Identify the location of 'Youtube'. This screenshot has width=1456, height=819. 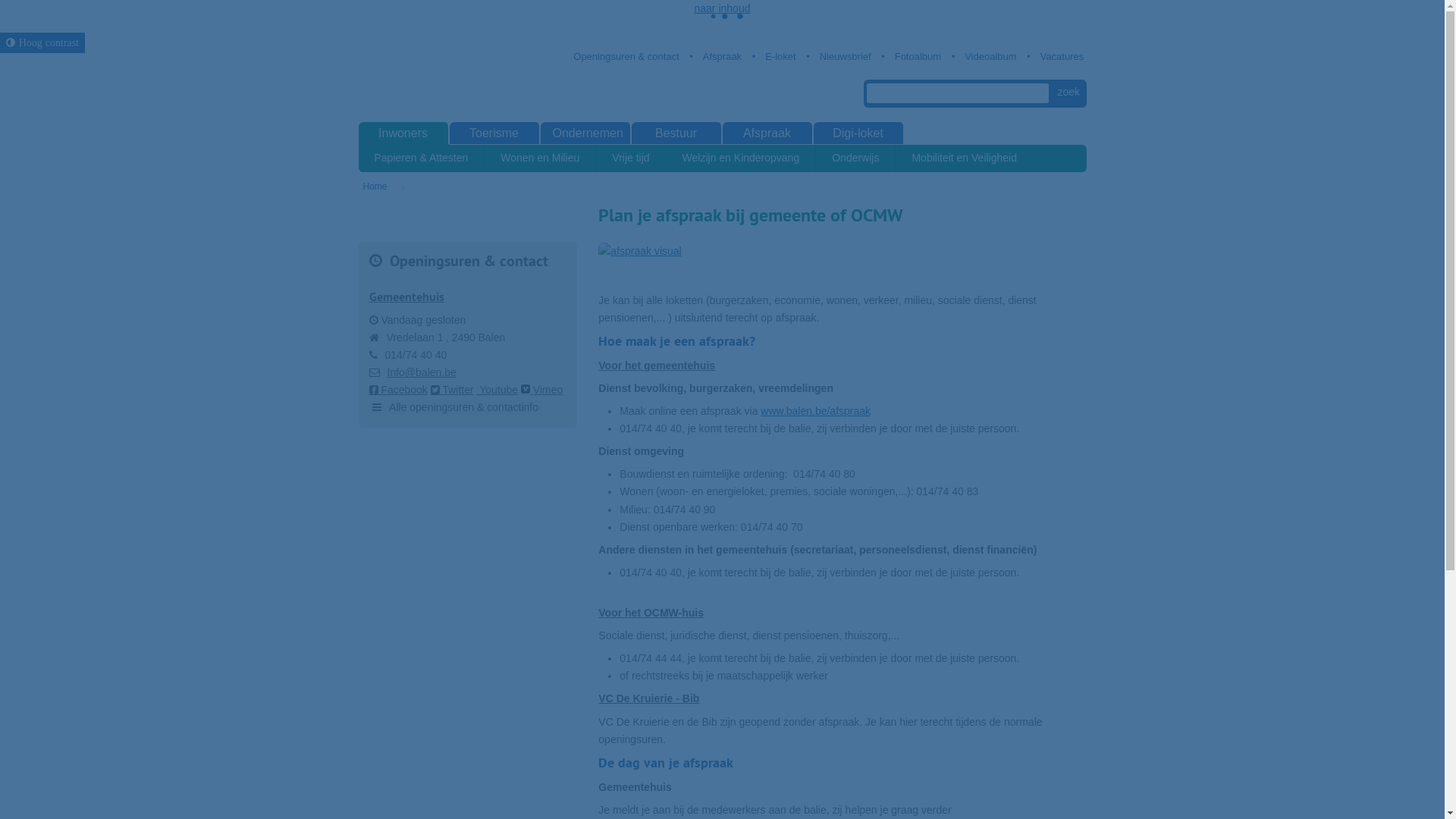
(497, 388).